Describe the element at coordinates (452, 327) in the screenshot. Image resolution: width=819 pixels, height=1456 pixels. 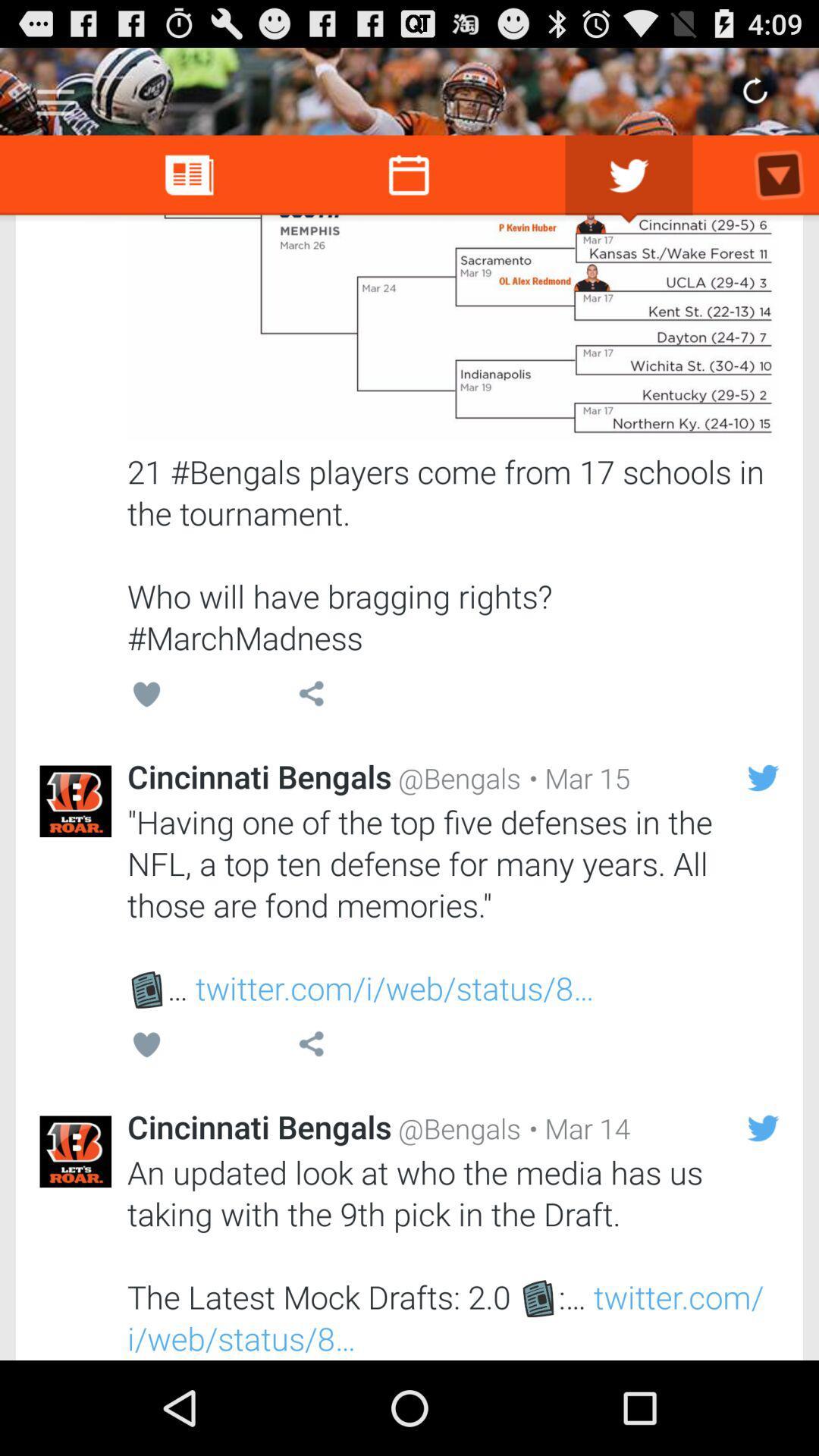
I see `open graphic` at that location.